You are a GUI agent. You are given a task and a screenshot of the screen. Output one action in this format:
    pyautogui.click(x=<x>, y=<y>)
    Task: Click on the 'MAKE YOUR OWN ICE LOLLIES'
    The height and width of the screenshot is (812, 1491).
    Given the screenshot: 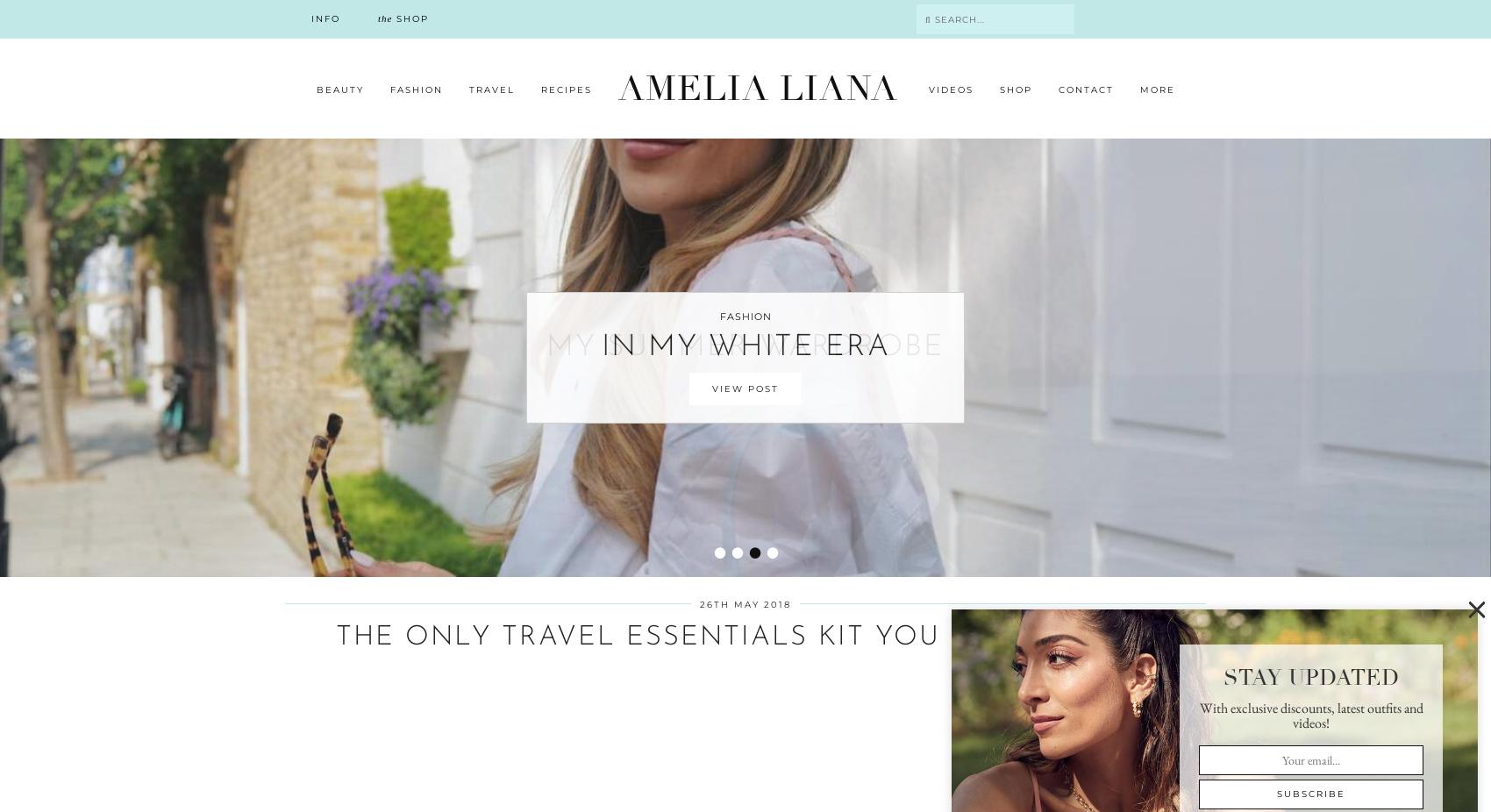 What is the action you would take?
    pyautogui.click(x=438, y=536)
    